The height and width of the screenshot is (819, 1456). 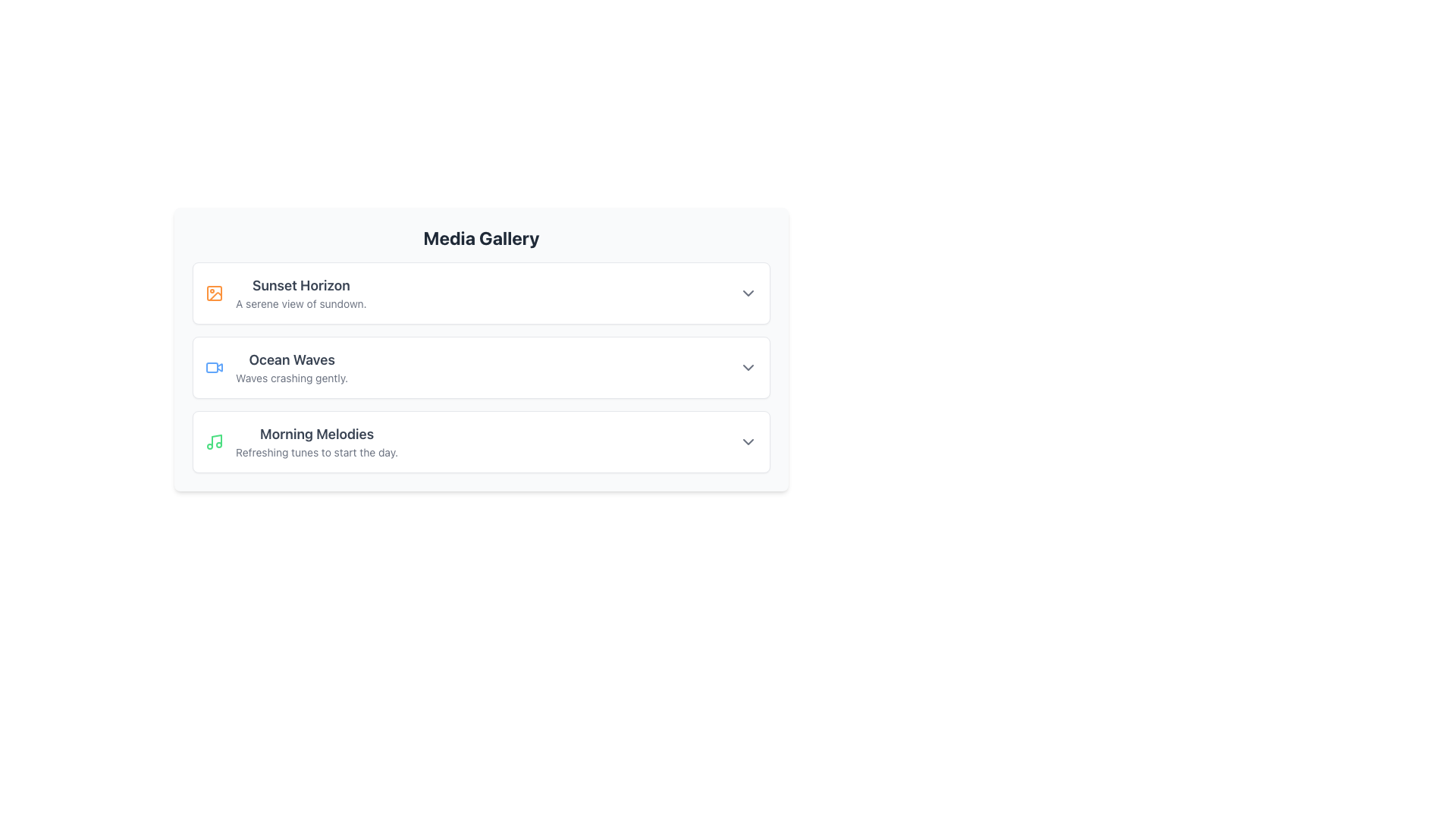 What do you see at coordinates (218, 366) in the screenshot?
I see `the triangular-shaped portion of the video camera icon located before the 'Ocean Waves' label in the media gallery` at bounding box center [218, 366].